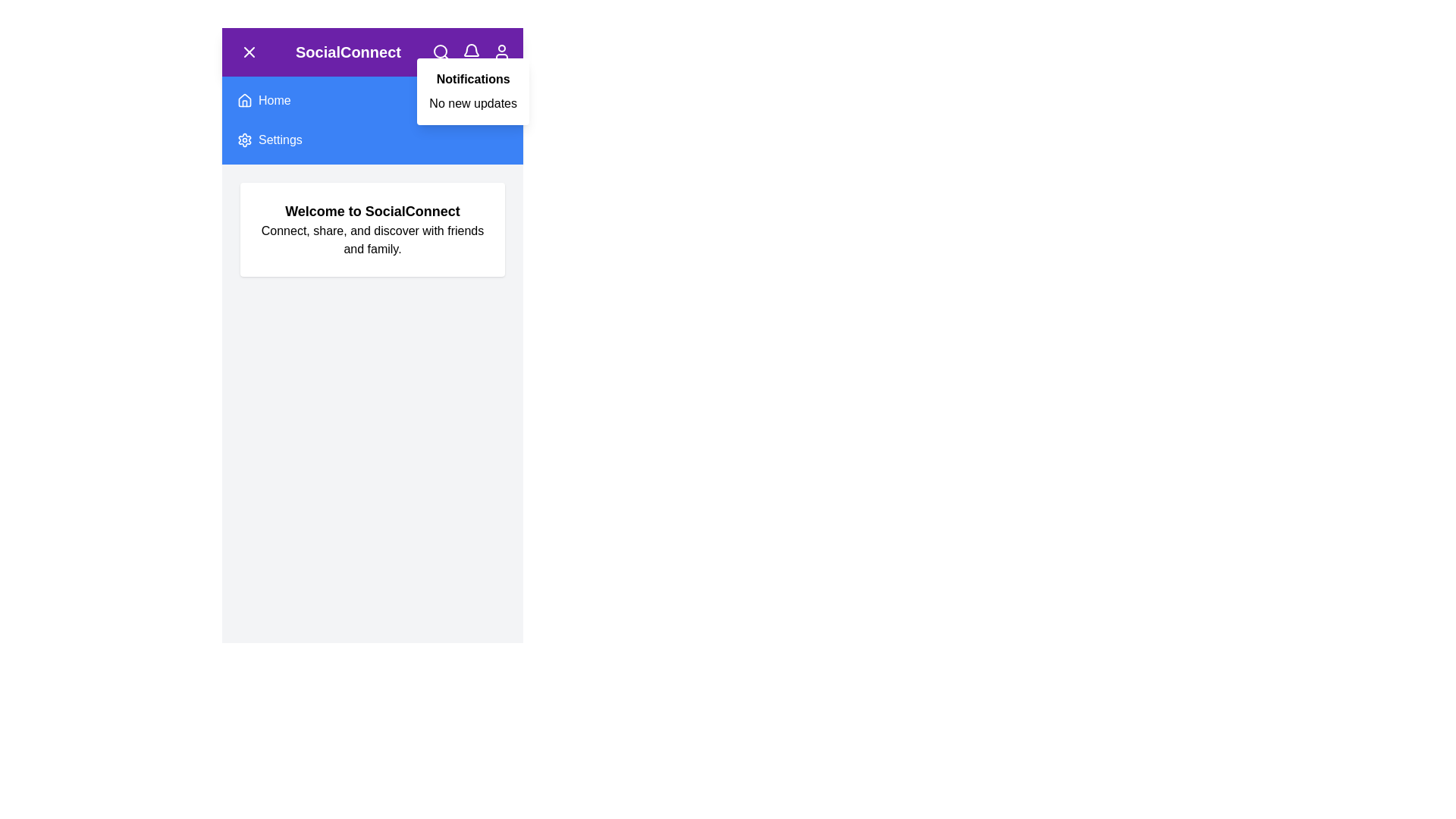 This screenshot has width=1456, height=819. I want to click on the welcome message text to select it, so click(372, 211).